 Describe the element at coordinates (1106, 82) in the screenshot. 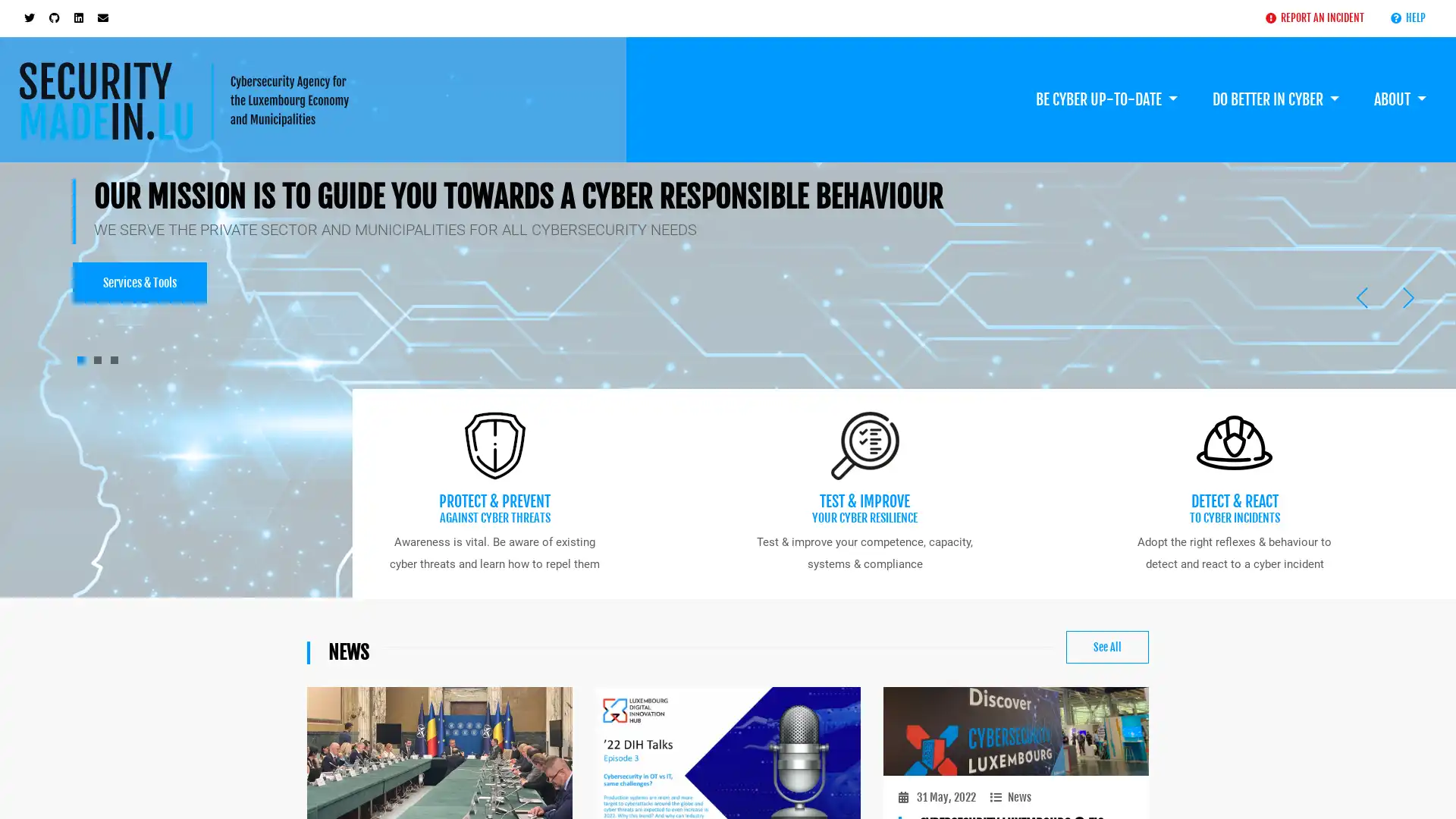

I see `BE CYBER UP-TO-DATE` at that location.